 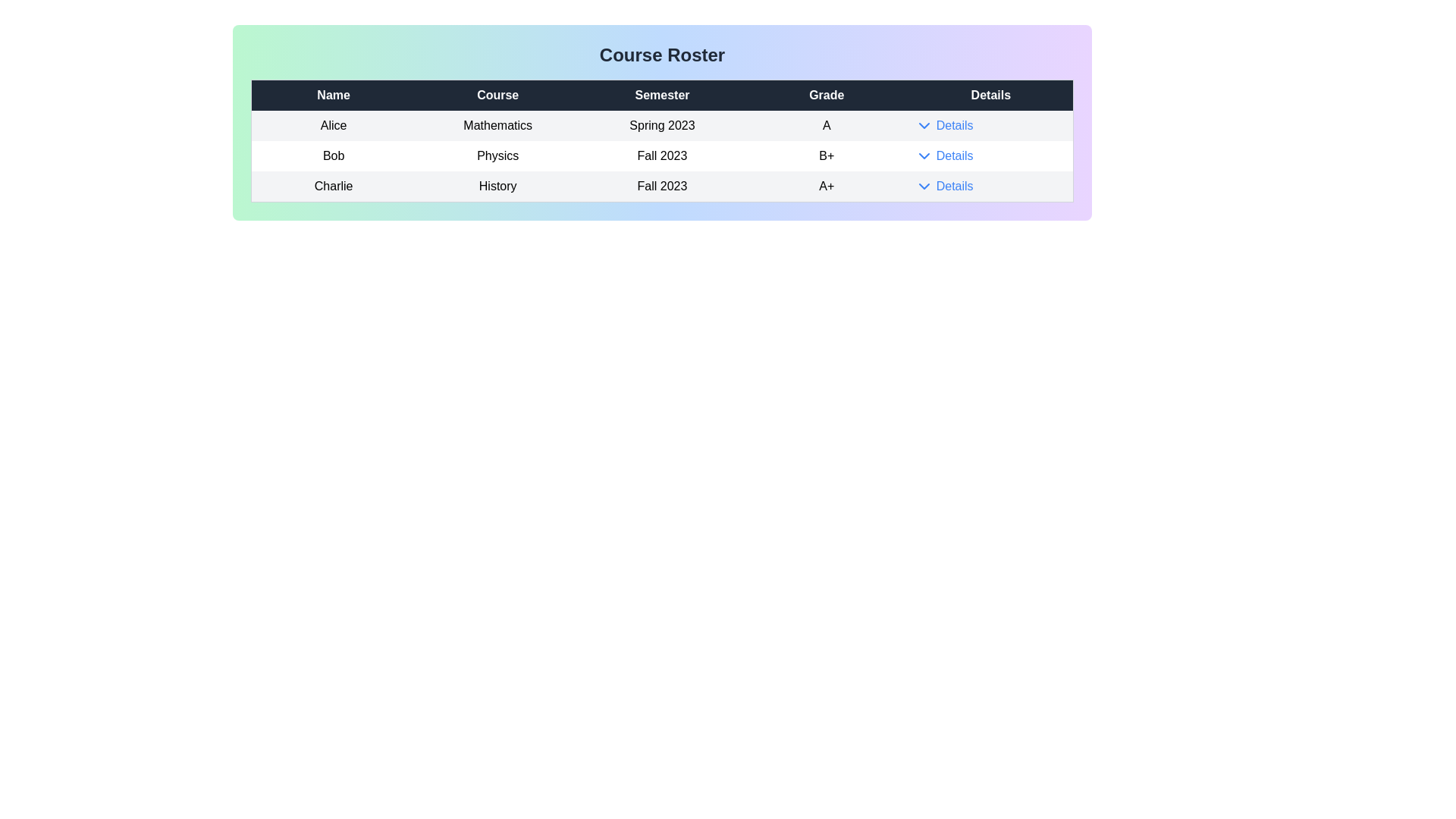 What do you see at coordinates (991, 124) in the screenshot?
I see `the interactive link or button in the last column of the first row of the course roster table for 'Alice'` at bounding box center [991, 124].